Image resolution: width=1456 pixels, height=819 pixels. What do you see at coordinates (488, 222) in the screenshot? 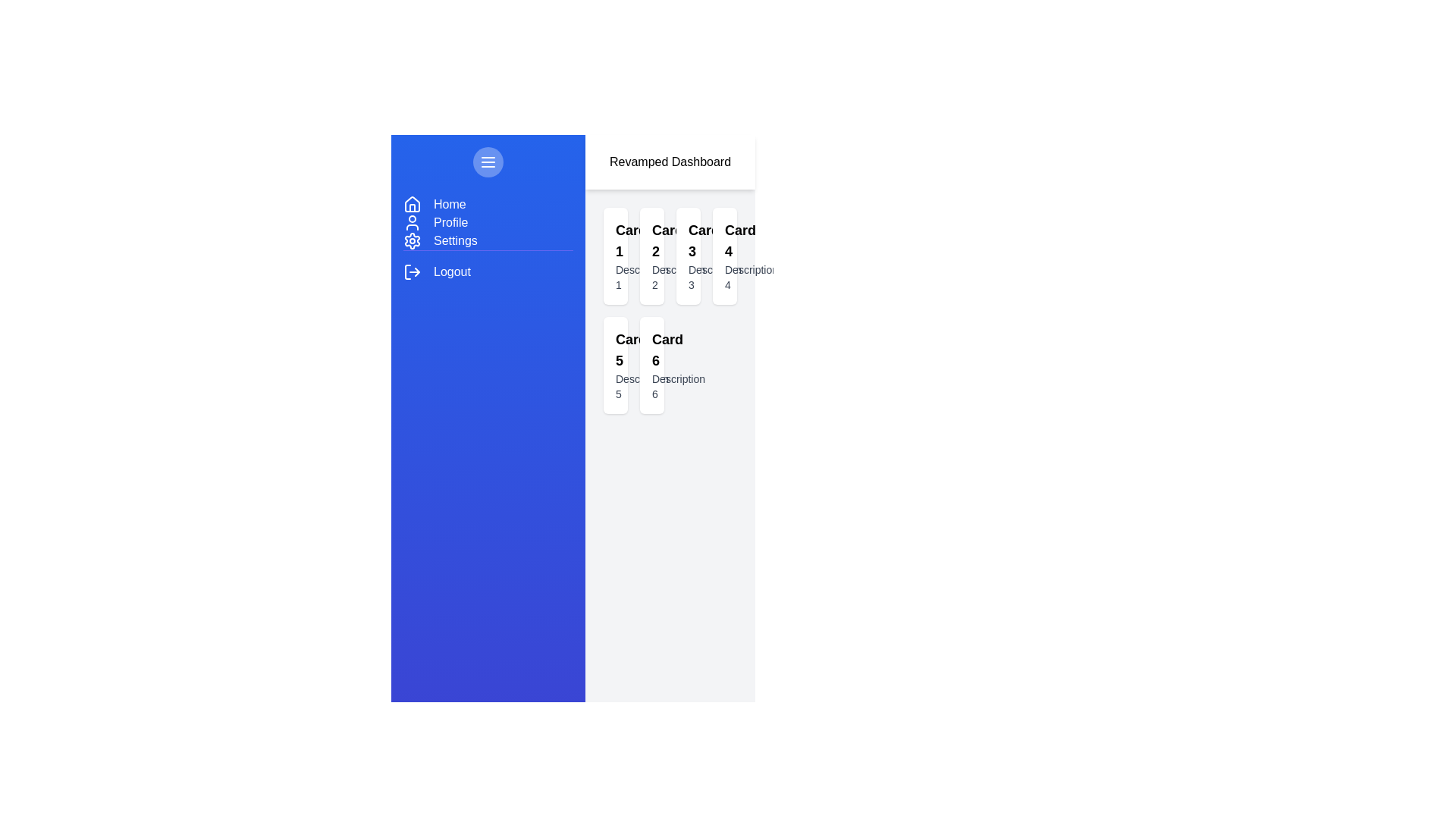
I see `the 'Profile' navigational menu item, which is the second item in the vertical sidebar menu` at bounding box center [488, 222].